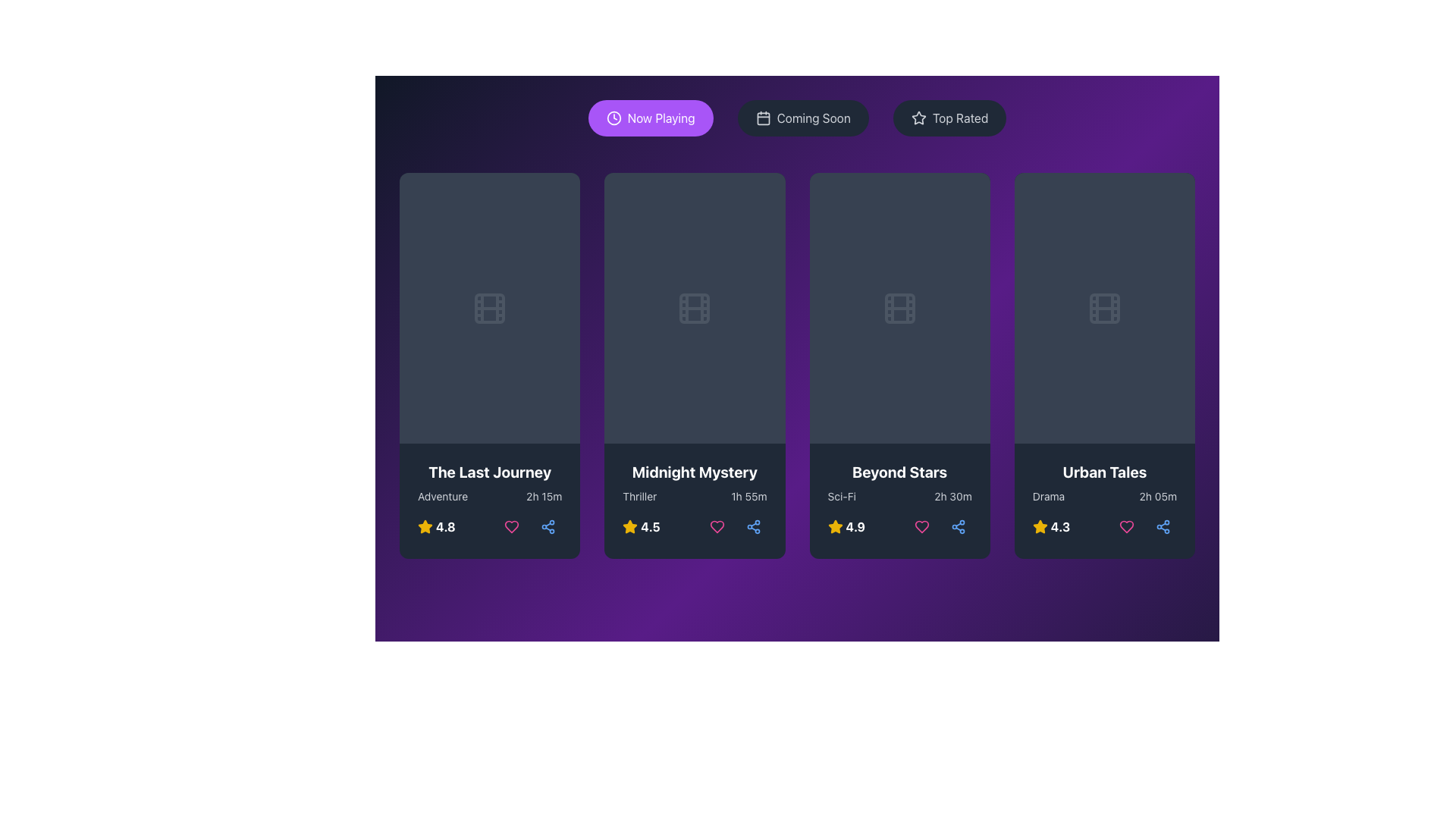 This screenshot has width=1456, height=819. What do you see at coordinates (613, 117) in the screenshot?
I see `the circular decorative element of the 'Now Playing' button, located at the top left of the interface` at bounding box center [613, 117].